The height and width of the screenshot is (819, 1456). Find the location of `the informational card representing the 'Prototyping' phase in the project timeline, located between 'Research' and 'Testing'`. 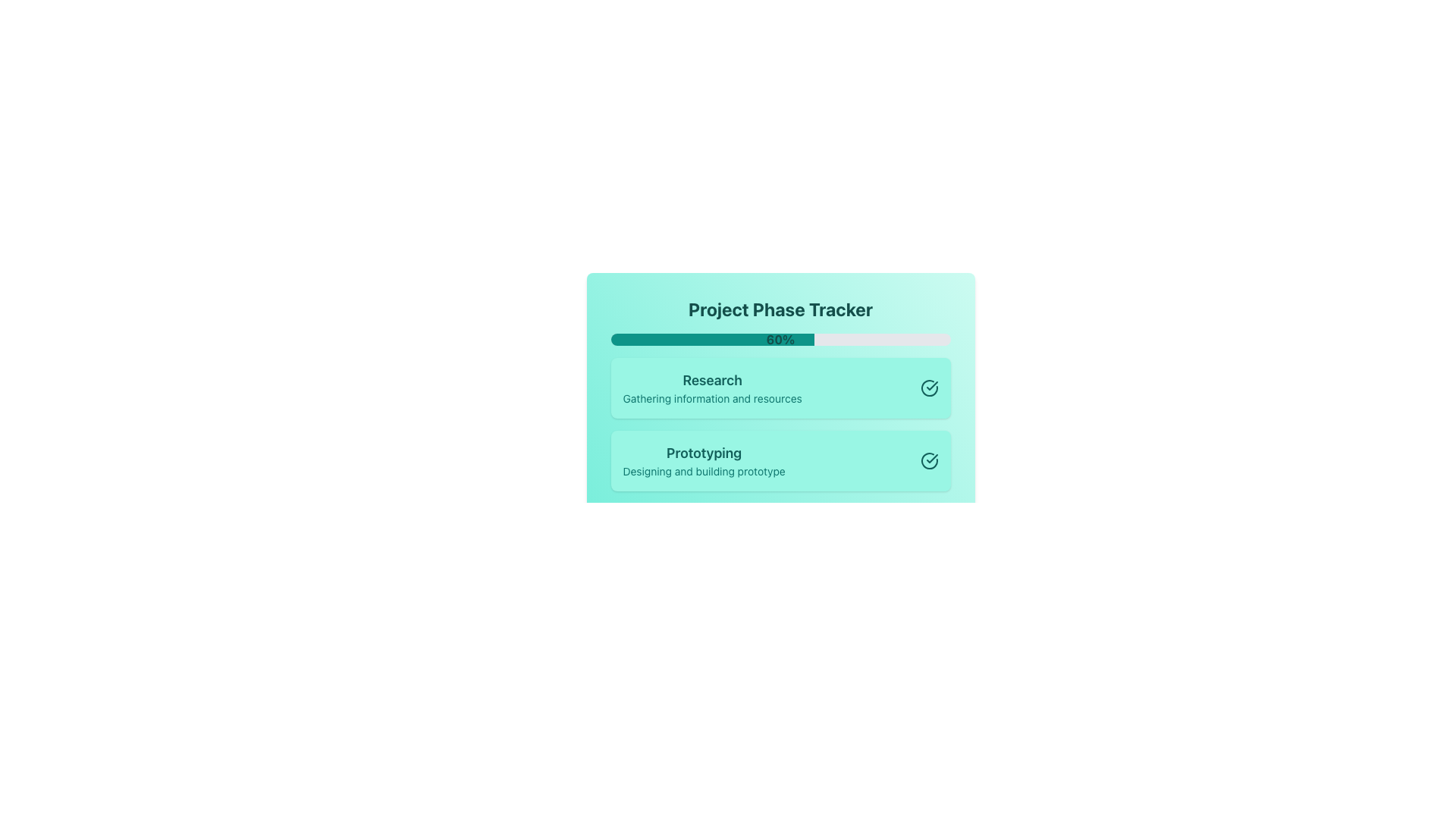

the informational card representing the 'Prototyping' phase in the project timeline, located between 'Research' and 'Testing' is located at coordinates (780, 460).